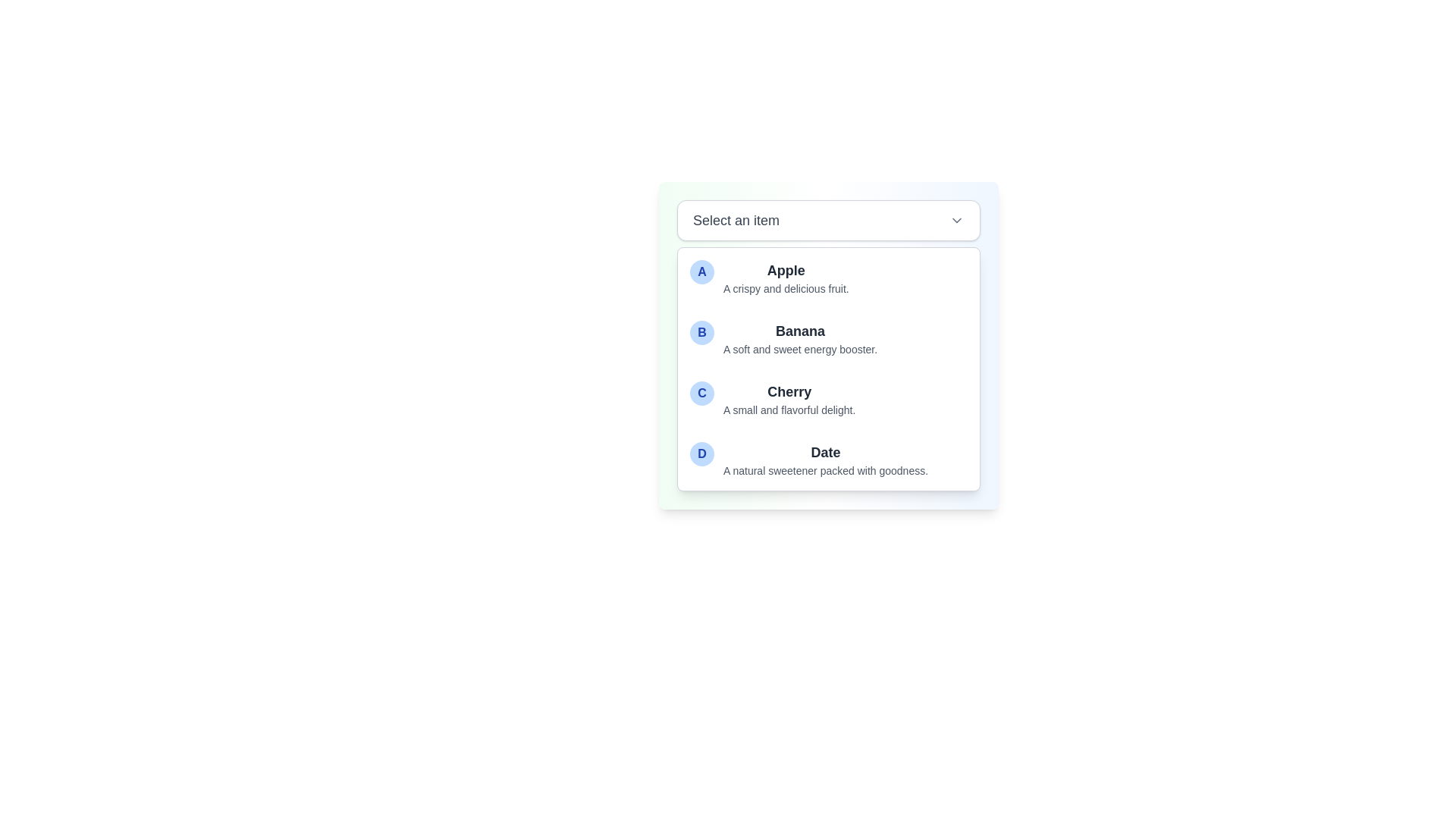 Image resolution: width=1456 pixels, height=819 pixels. Describe the element at coordinates (786, 270) in the screenshot. I see `the label 'Apple' which serves as the title for the corresponding entry in the dropdown-style listbox` at that location.